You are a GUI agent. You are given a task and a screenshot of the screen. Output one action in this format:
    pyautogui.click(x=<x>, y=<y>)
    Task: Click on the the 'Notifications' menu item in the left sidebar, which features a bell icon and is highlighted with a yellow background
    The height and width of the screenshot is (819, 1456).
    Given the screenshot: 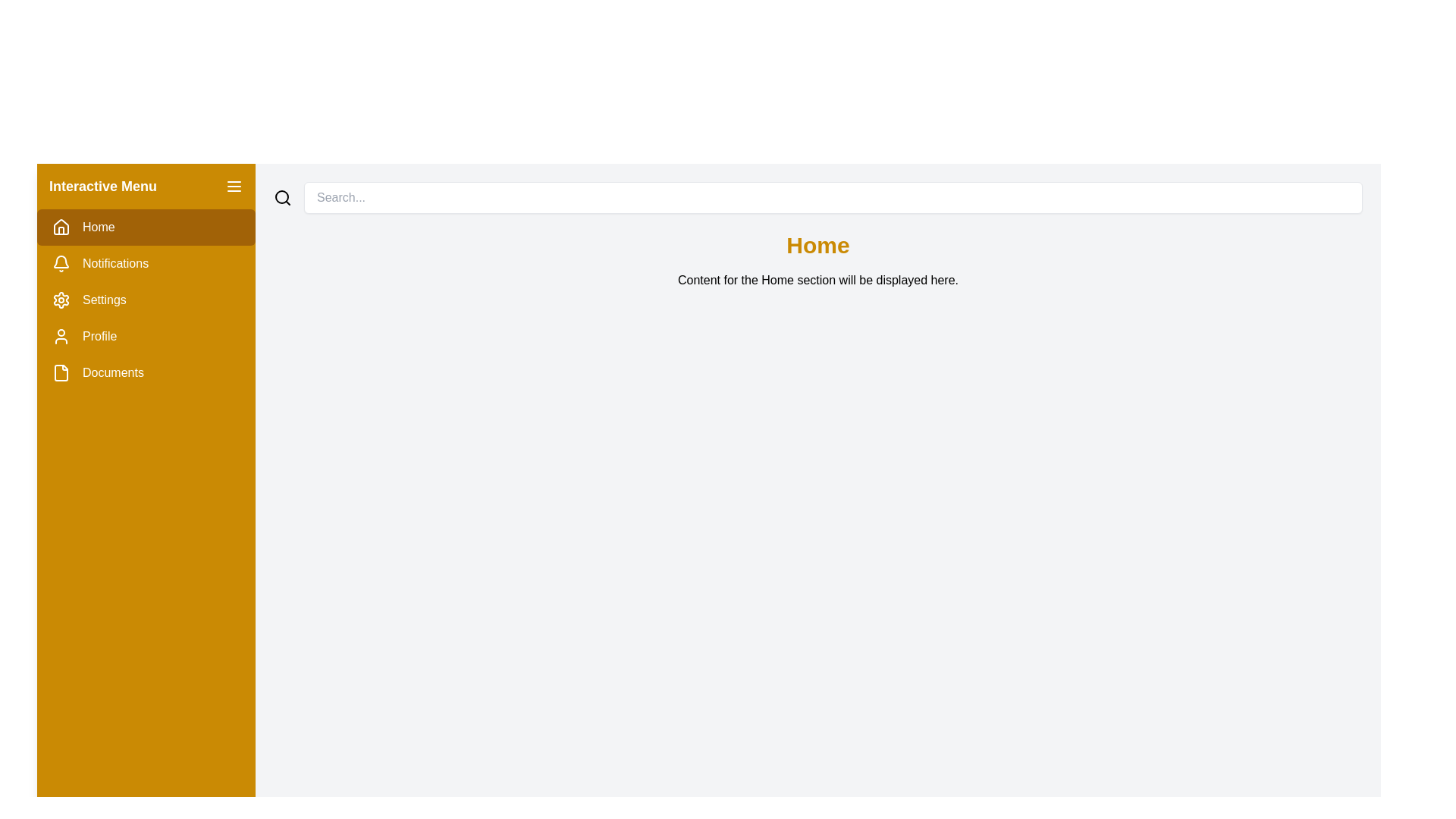 What is the action you would take?
    pyautogui.click(x=146, y=262)
    